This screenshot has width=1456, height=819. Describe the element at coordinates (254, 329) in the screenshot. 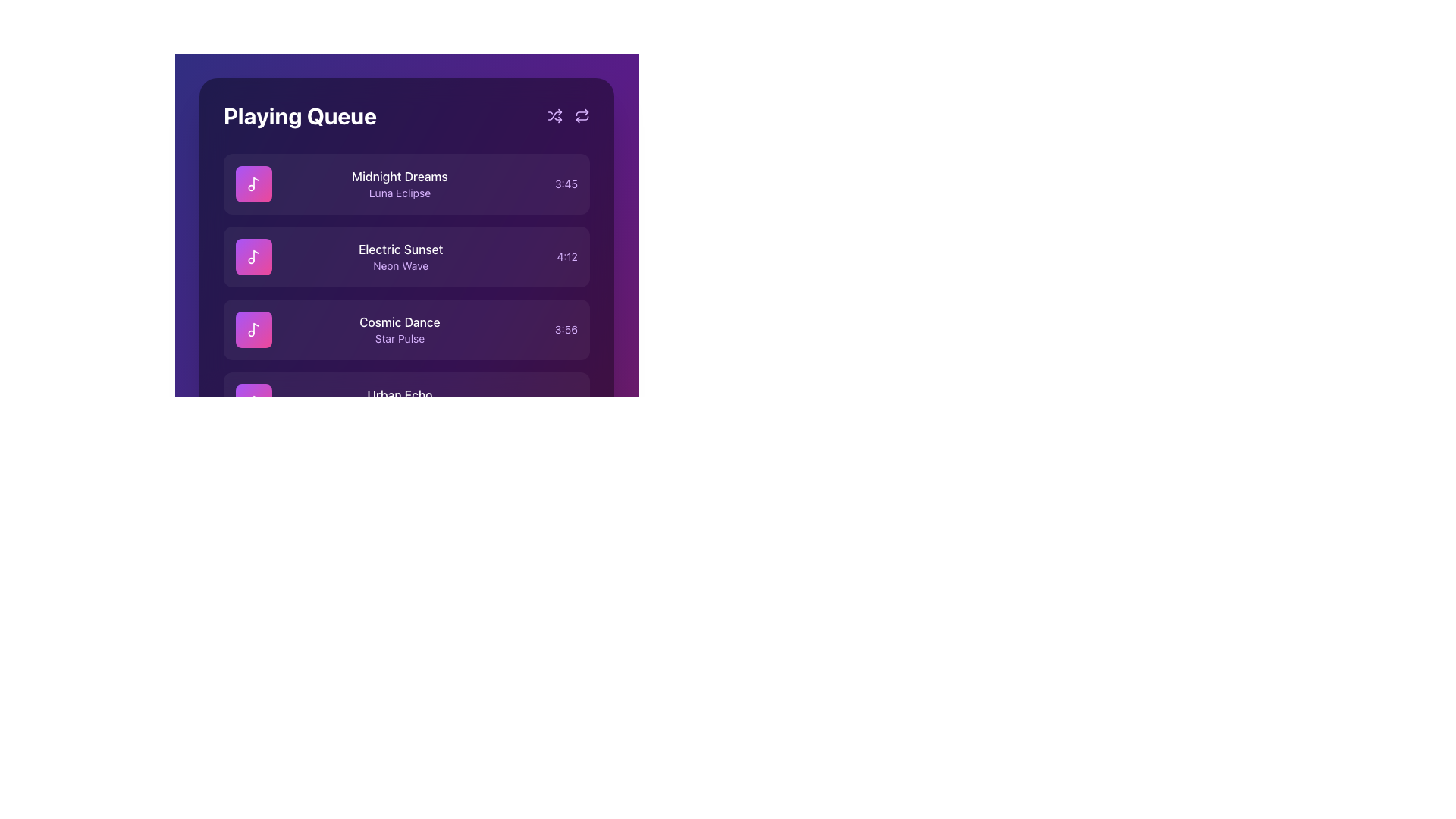

I see `the presence of the musical note icon located on the left side of the third item in the 'Playing Queue' list for the song 'Cosmic Dance' by 'Star Pulse'` at that location.